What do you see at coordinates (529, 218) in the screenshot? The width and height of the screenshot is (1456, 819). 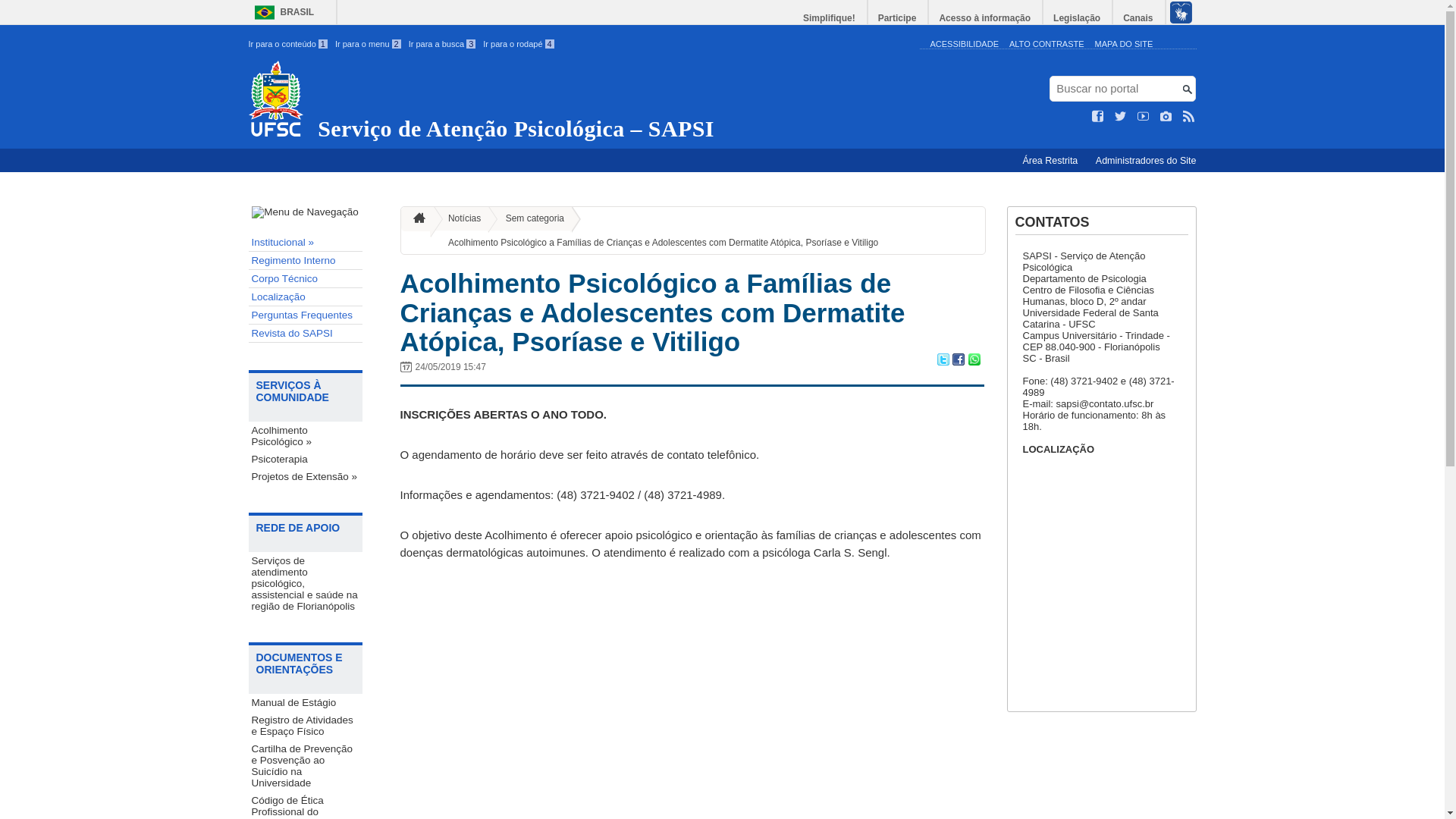 I see `'Sem categoria'` at bounding box center [529, 218].